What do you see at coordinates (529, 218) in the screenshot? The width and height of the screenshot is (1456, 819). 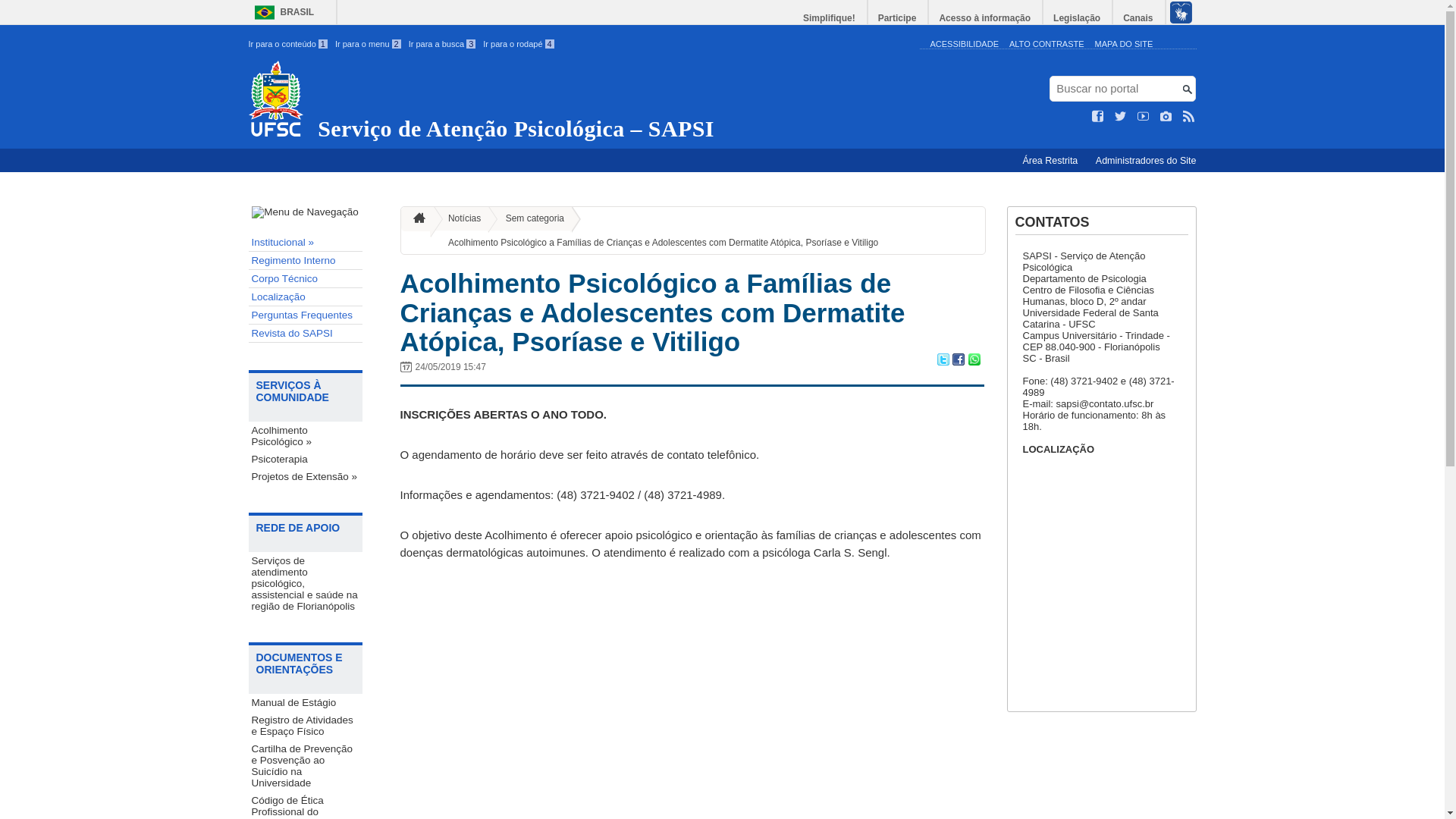 I see `'Sem categoria'` at bounding box center [529, 218].